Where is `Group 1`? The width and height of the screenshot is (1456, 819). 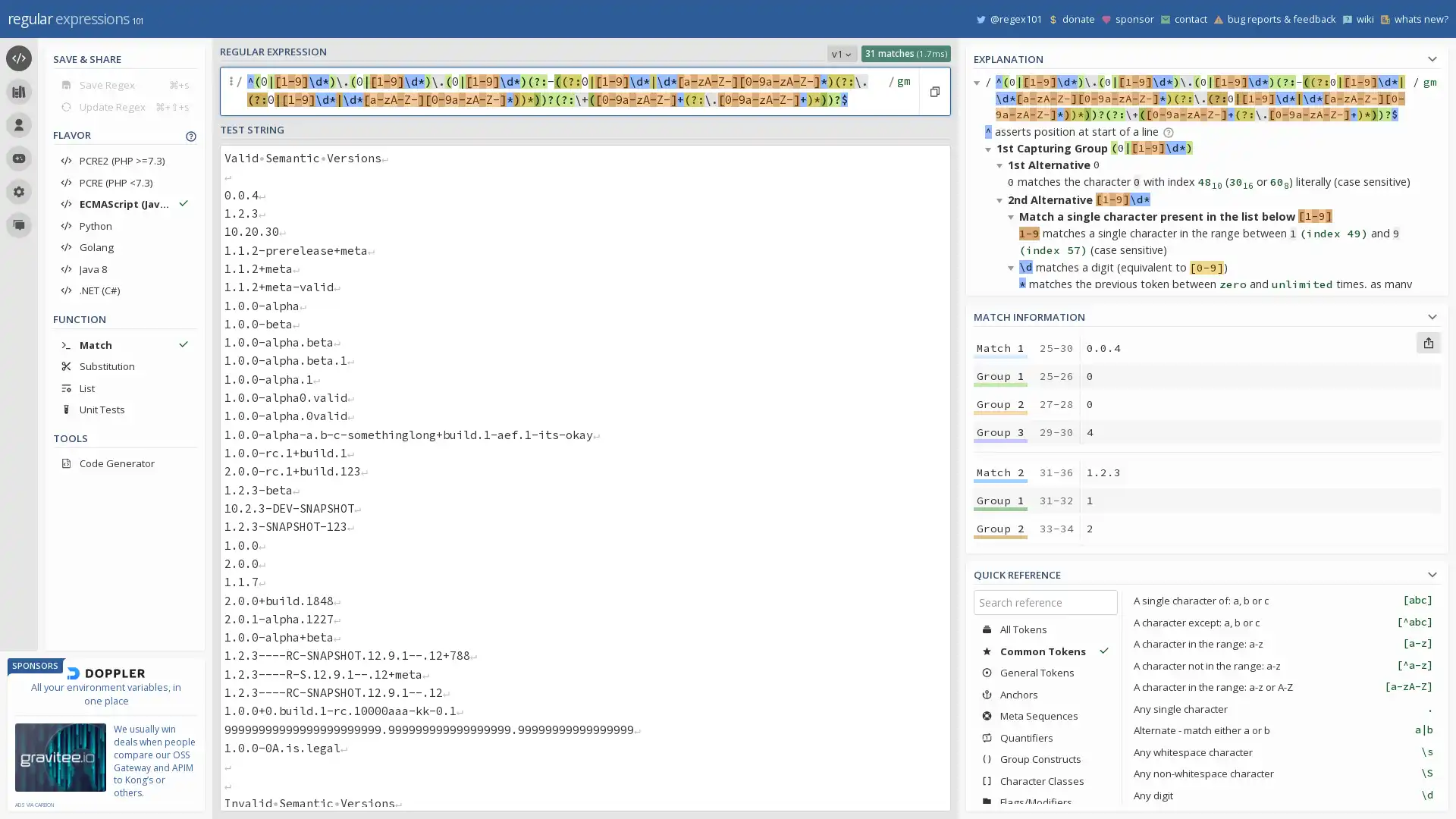 Group 1 is located at coordinates (1000, 500).